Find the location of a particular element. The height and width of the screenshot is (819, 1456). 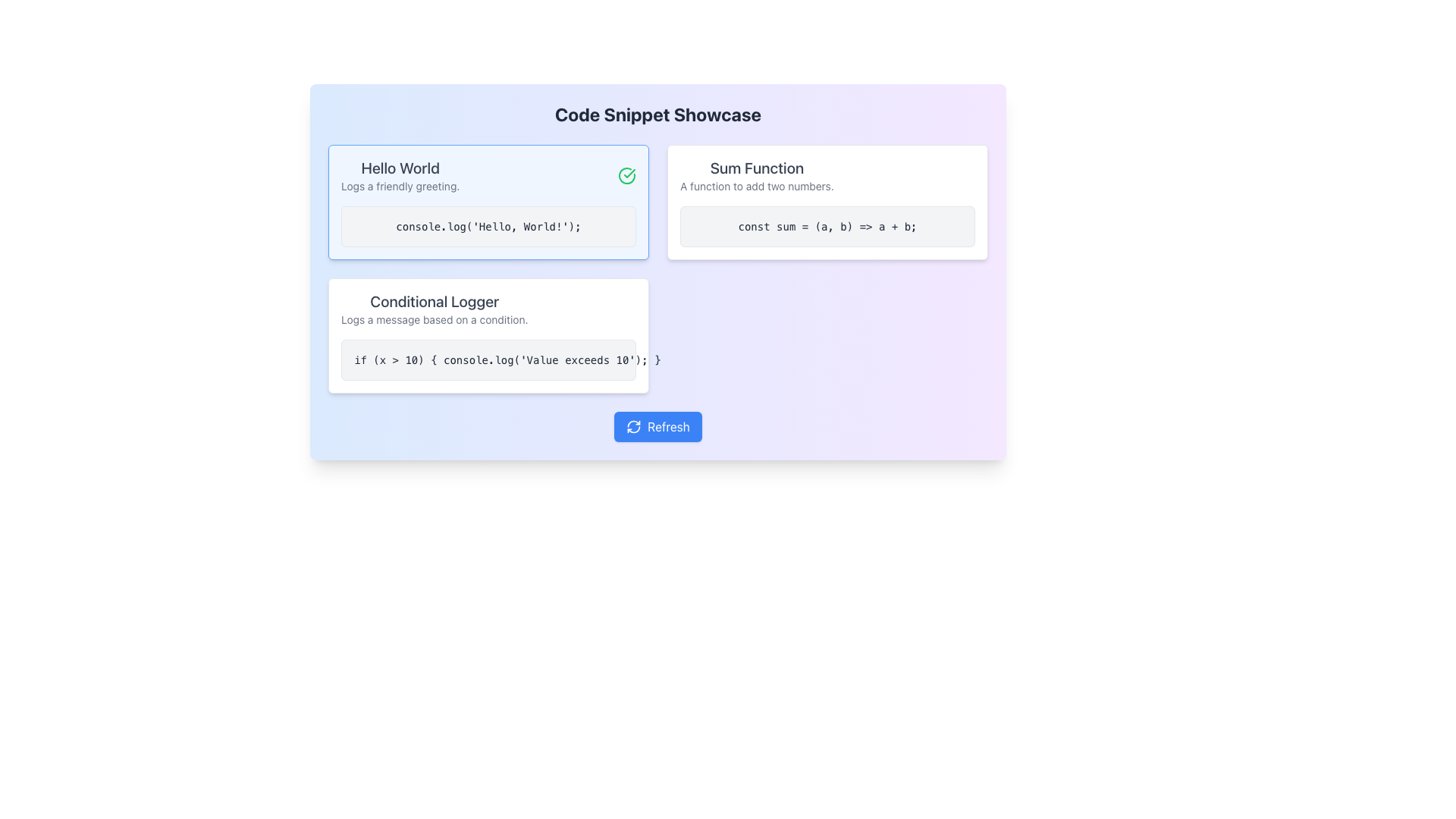

the rounded blue button with white text that says 'Refresh' to observe potential hover effects is located at coordinates (658, 427).